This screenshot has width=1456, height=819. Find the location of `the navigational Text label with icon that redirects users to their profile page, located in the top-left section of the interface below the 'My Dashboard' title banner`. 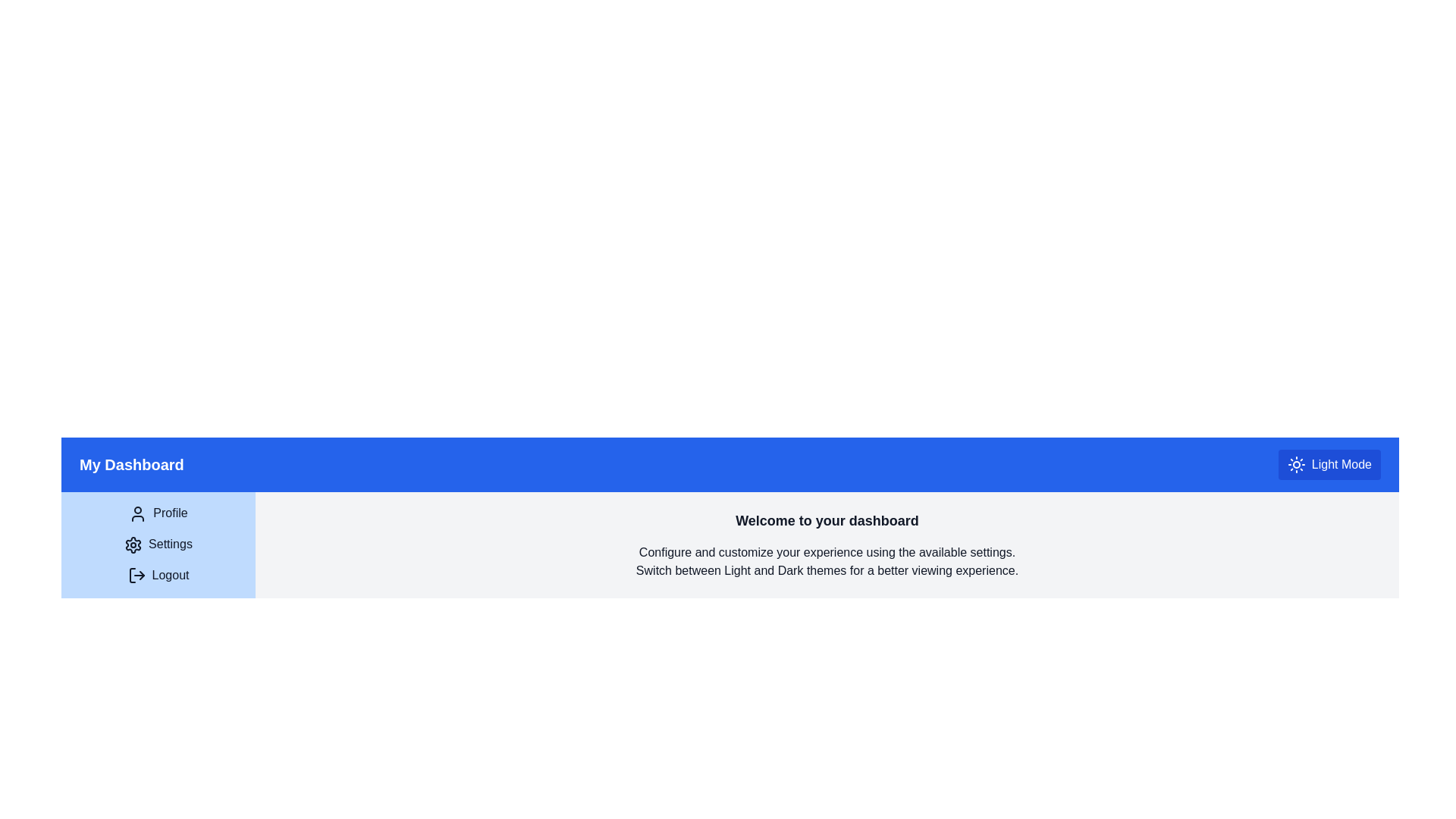

the navigational Text label with icon that redirects users to their profile page, located in the top-left section of the interface below the 'My Dashboard' title banner is located at coordinates (158, 513).